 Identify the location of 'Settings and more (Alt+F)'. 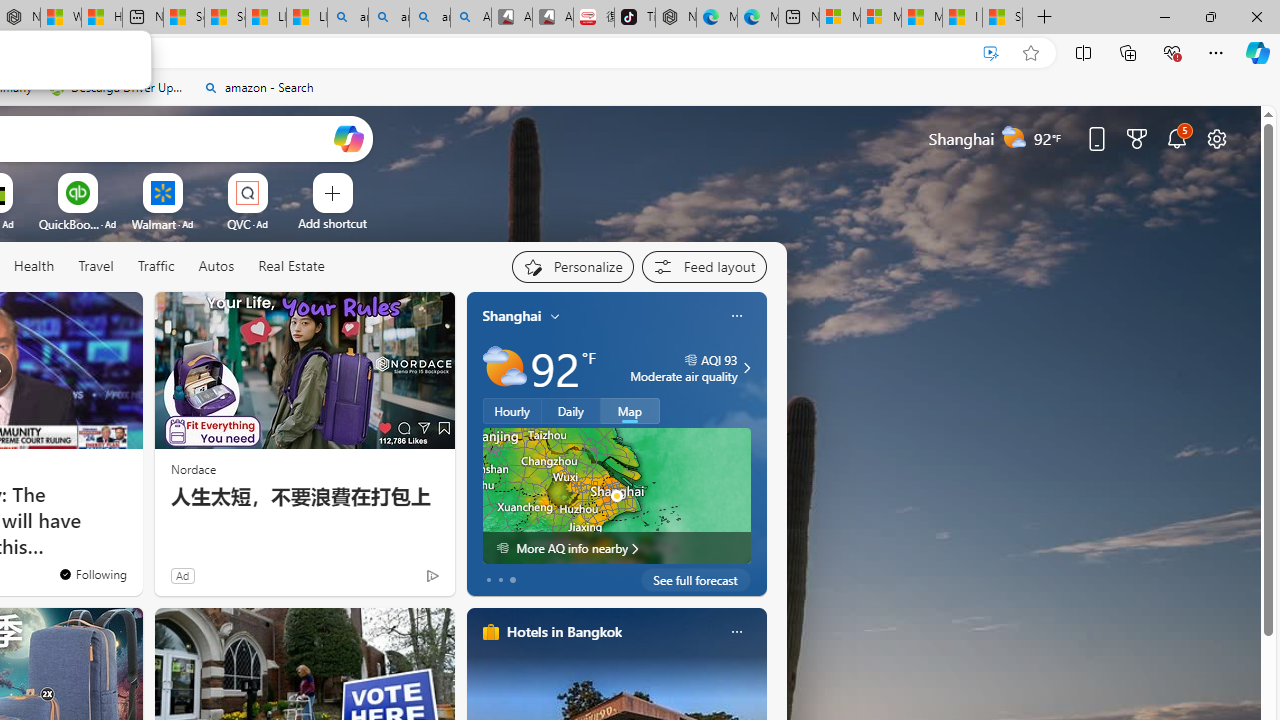
(1215, 51).